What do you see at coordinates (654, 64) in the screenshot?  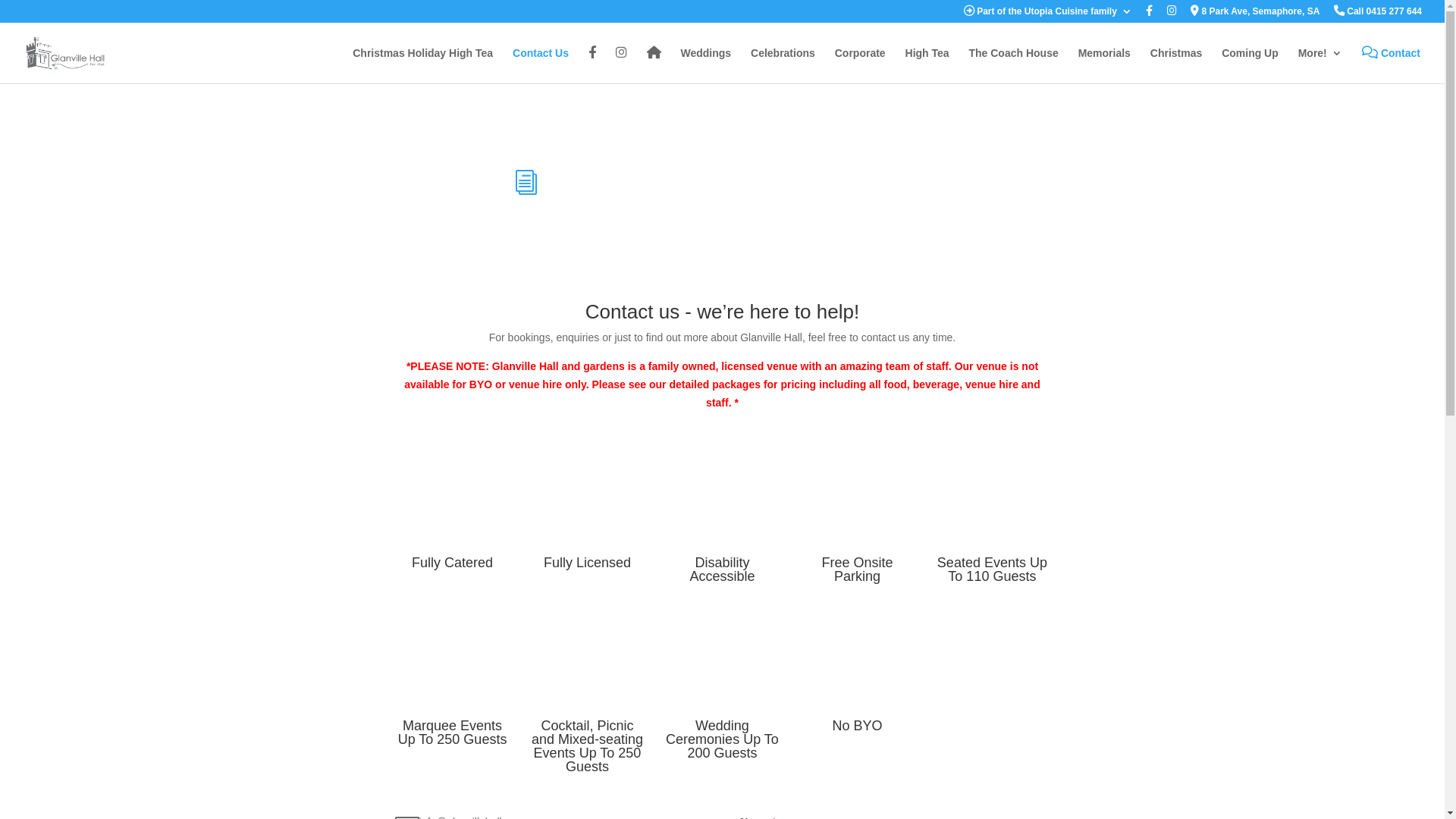 I see `'Home'` at bounding box center [654, 64].